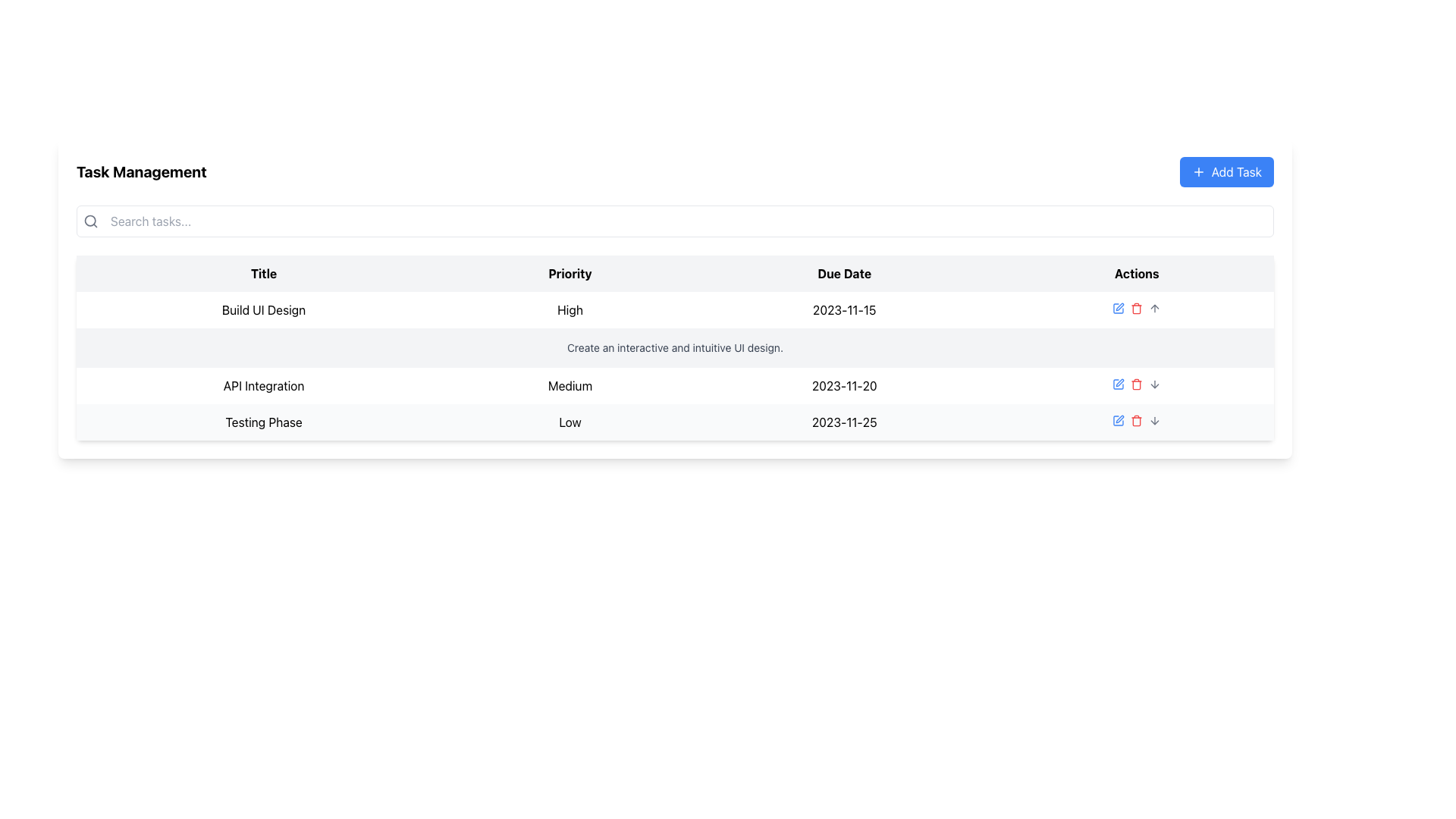  Describe the element at coordinates (1137, 384) in the screenshot. I see `the central trashcan icon in the Actions column of the task management table to prepare for deletion of the associated entry` at that location.